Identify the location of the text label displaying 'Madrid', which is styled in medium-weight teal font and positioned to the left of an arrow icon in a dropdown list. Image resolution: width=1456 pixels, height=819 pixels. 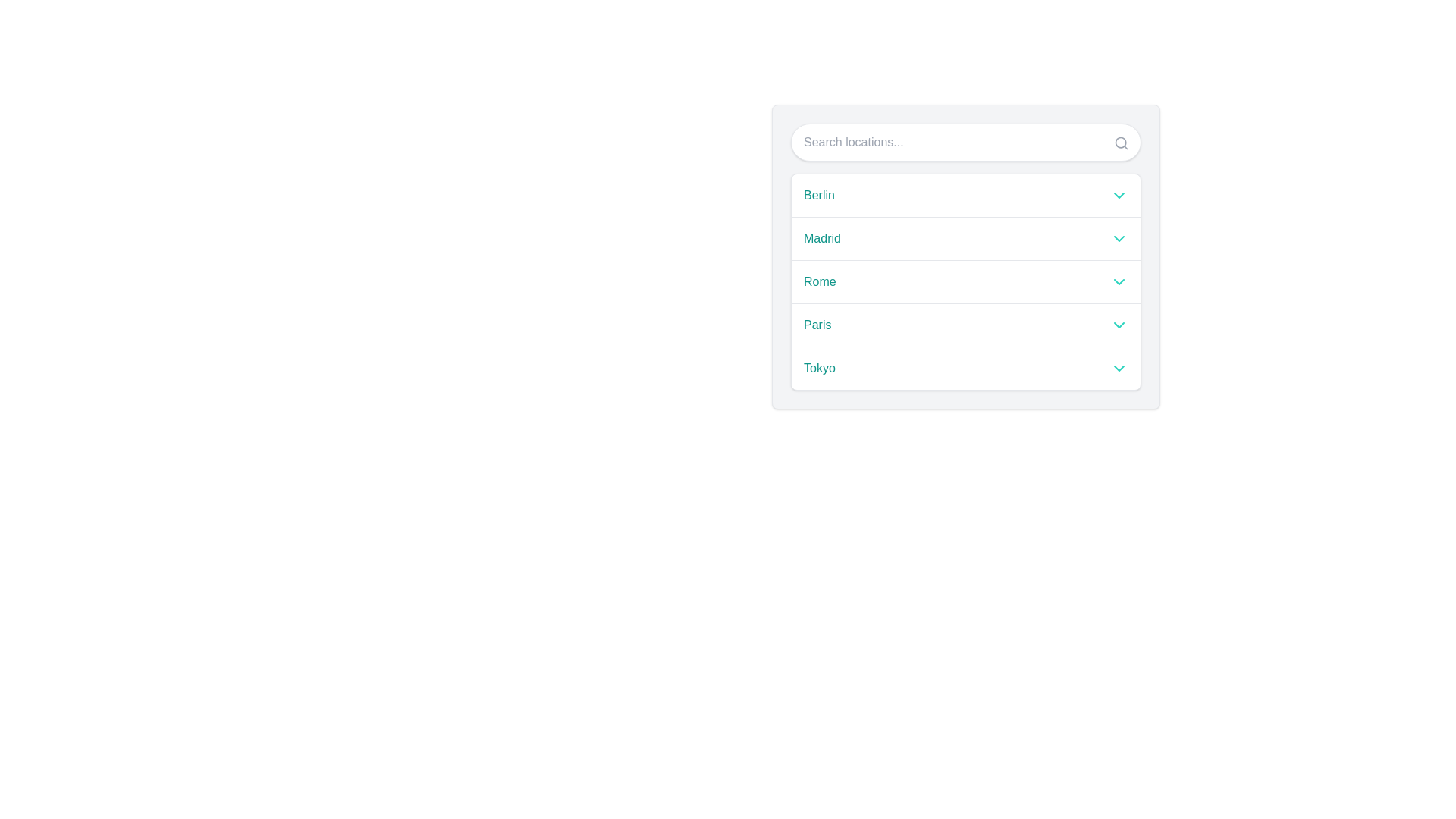
(821, 239).